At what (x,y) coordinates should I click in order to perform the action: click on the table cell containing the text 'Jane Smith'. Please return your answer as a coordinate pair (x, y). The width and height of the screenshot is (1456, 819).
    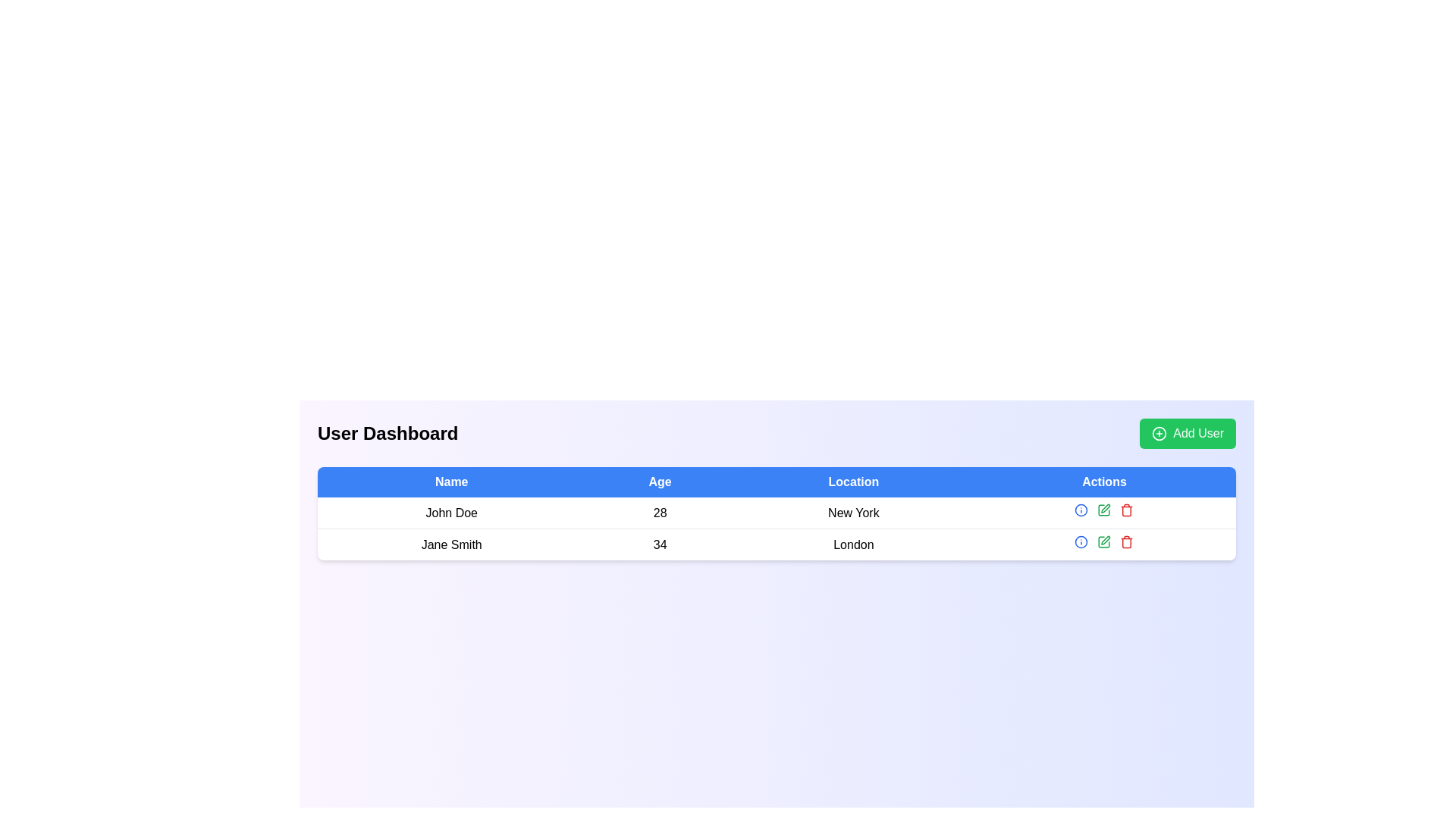
    Looking at the image, I should click on (450, 544).